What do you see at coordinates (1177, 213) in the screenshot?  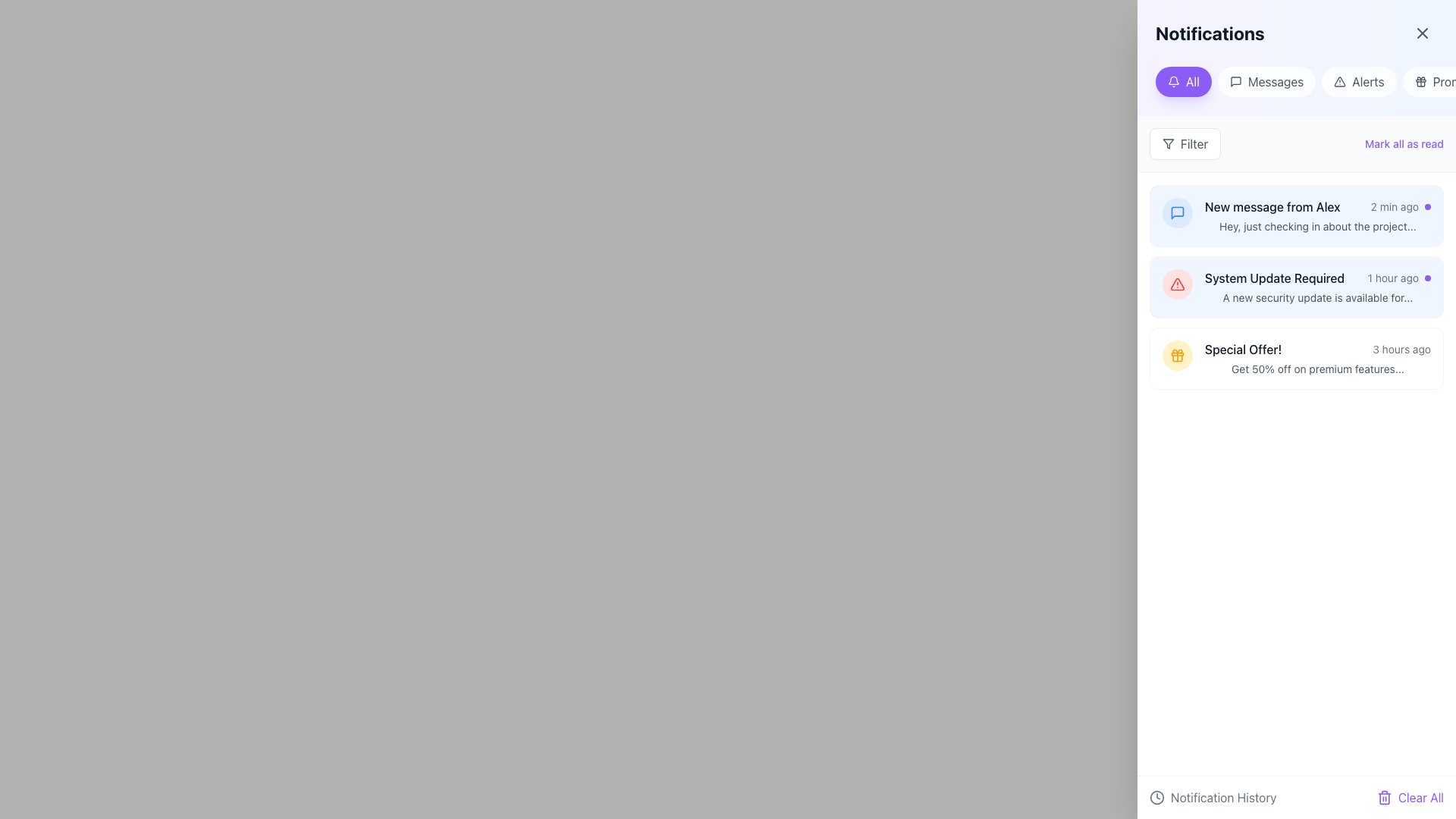 I see `the circular button-like icon with a blue outline and a speech bubble symbol, located at the beginning of the notification item labeled 'New message from Alex'` at bounding box center [1177, 213].